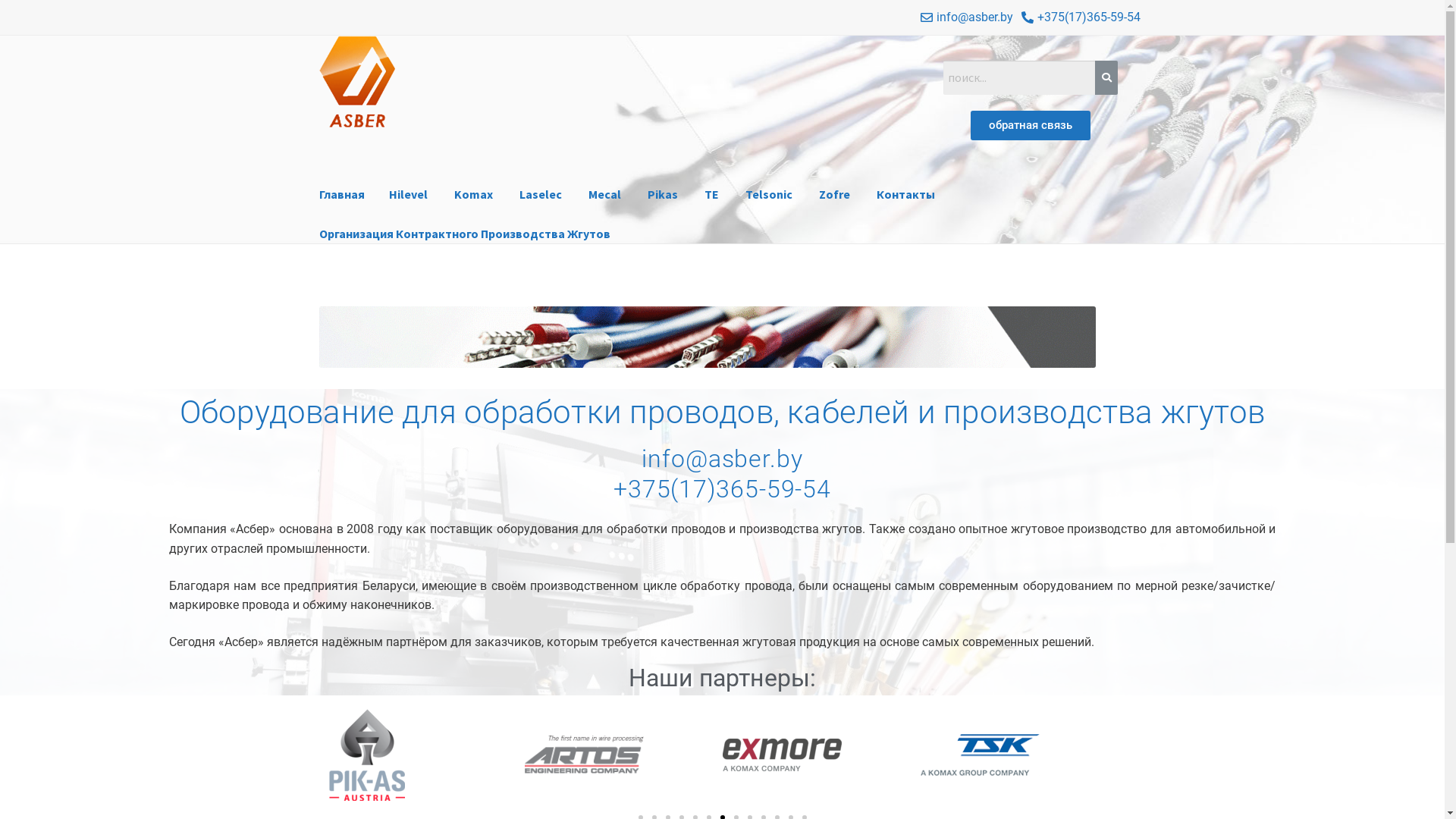  What do you see at coordinates (408, 194) in the screenshot?
I see `'Hilevel'` at bounding box center [408, 194].